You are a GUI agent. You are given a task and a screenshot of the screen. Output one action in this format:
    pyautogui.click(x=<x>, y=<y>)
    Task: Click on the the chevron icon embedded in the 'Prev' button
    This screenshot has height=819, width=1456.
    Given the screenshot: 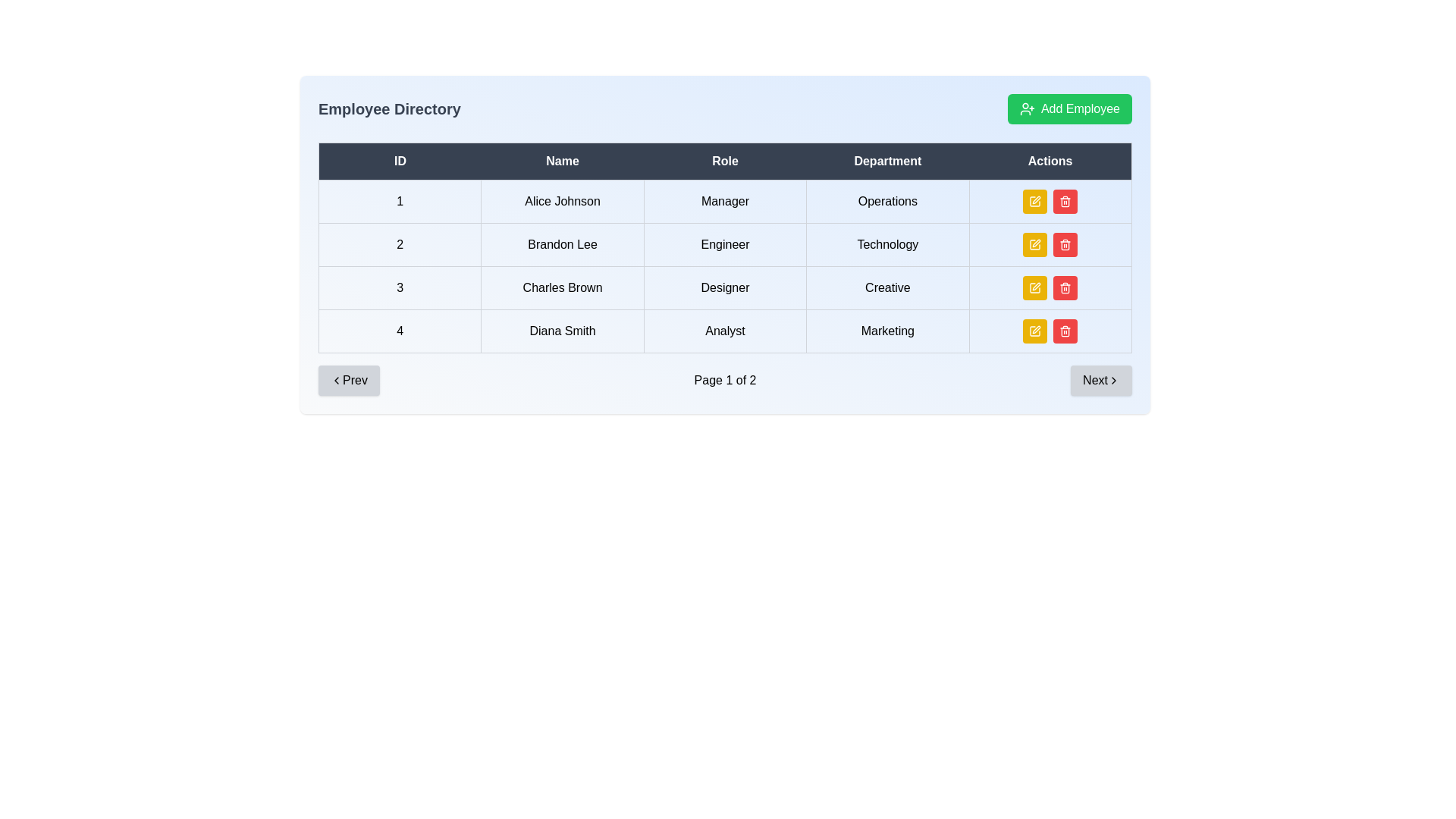 What is the action you would take?
    pyautogui.click(x=336, y=379)
    